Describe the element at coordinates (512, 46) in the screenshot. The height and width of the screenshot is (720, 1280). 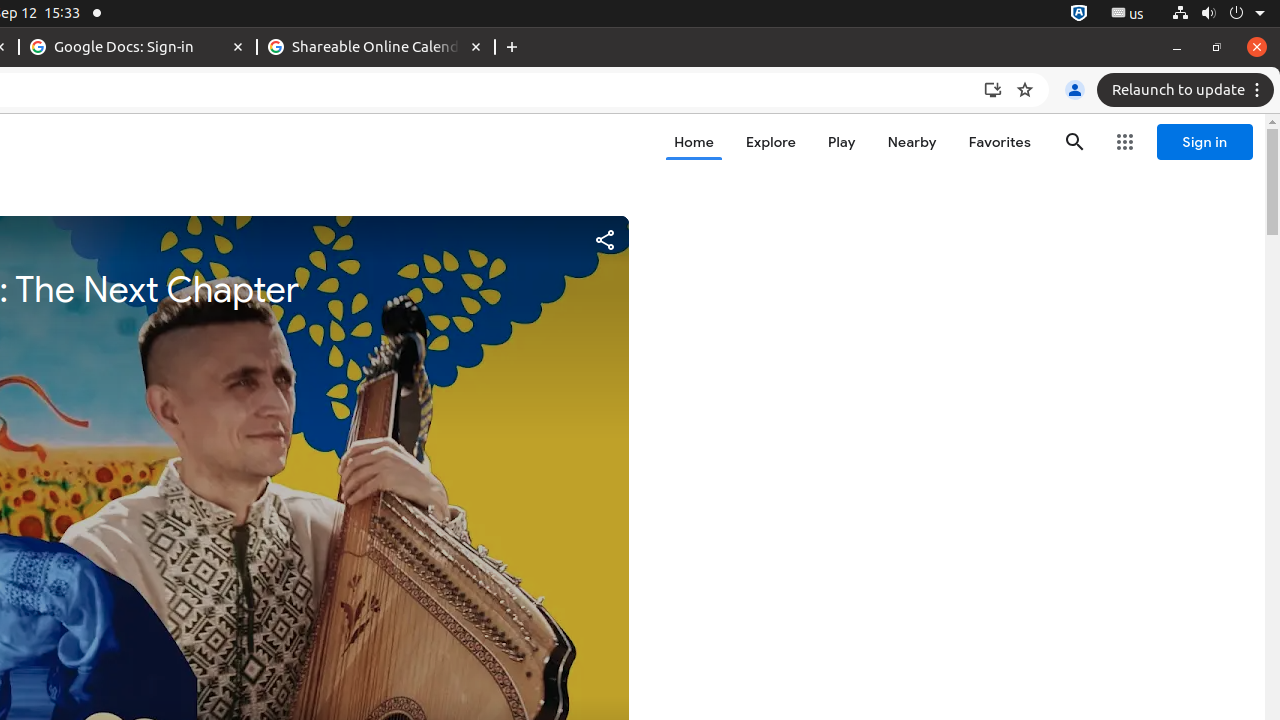
I see `'New Tab'` at that location.